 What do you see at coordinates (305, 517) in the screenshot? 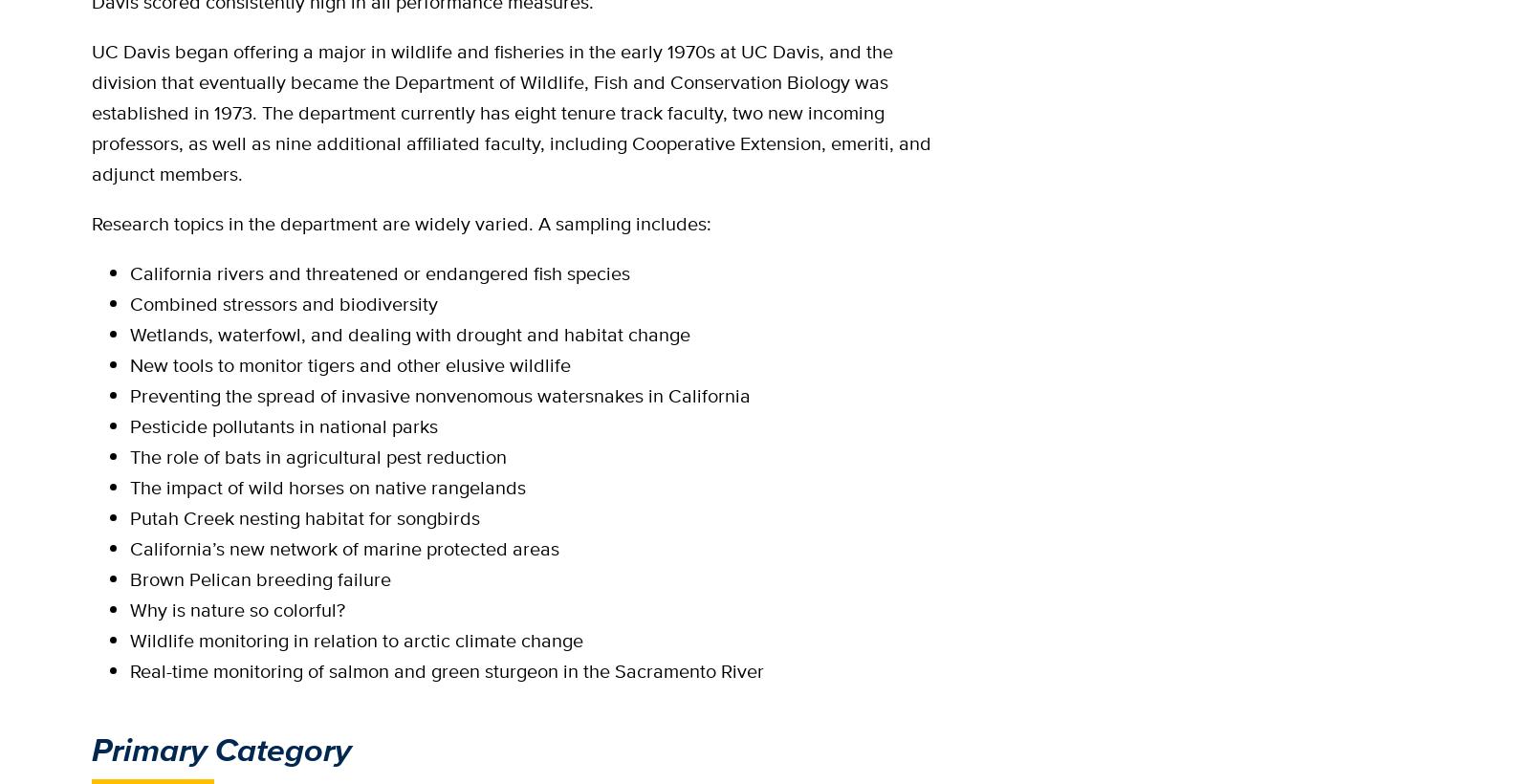
I see `'Putah Creek nesting habitat for songbirds'` at bounding box center [305, 517].